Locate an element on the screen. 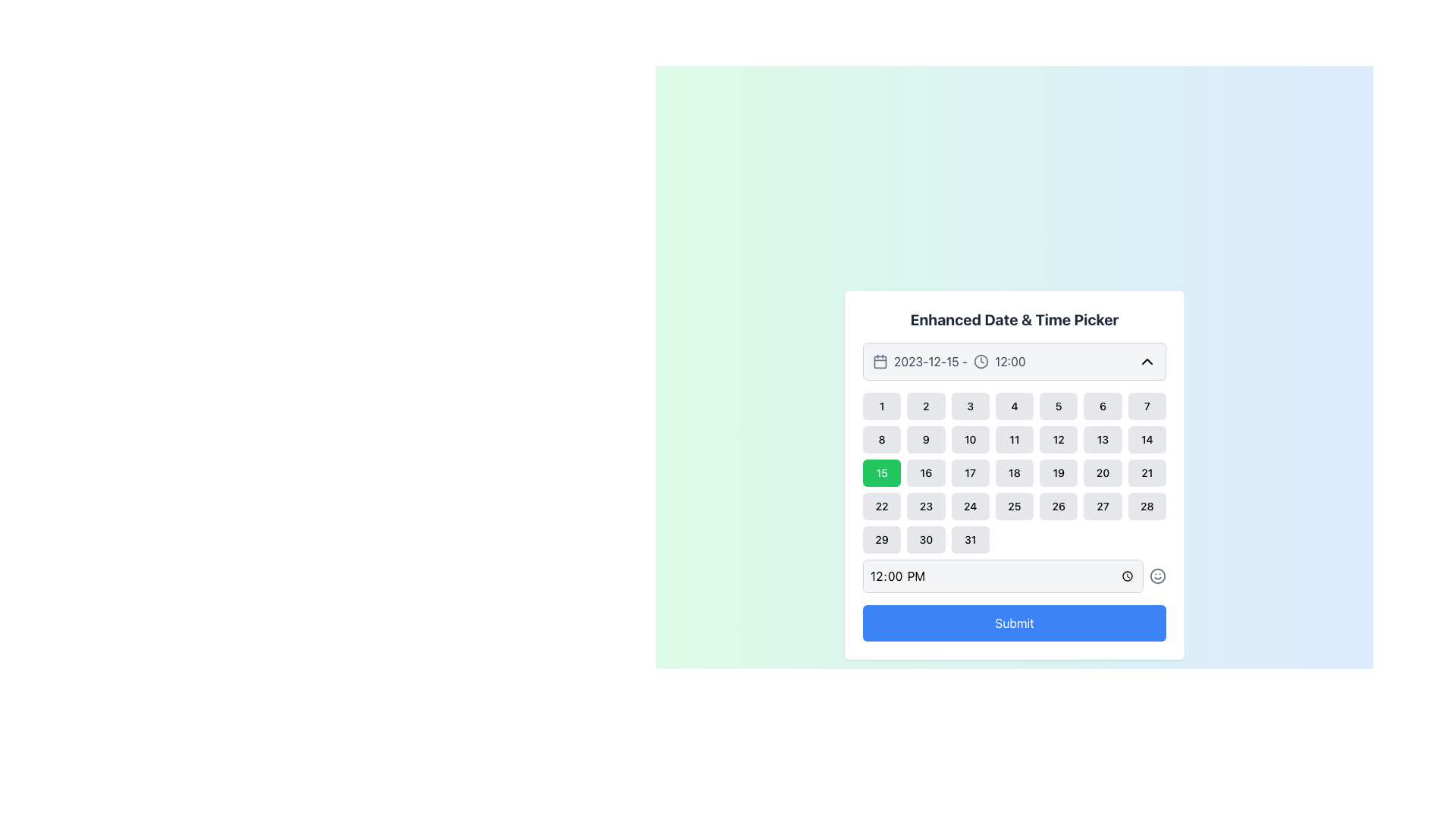  the square button displaying the number '5' is located at coordinates (1058, 406).